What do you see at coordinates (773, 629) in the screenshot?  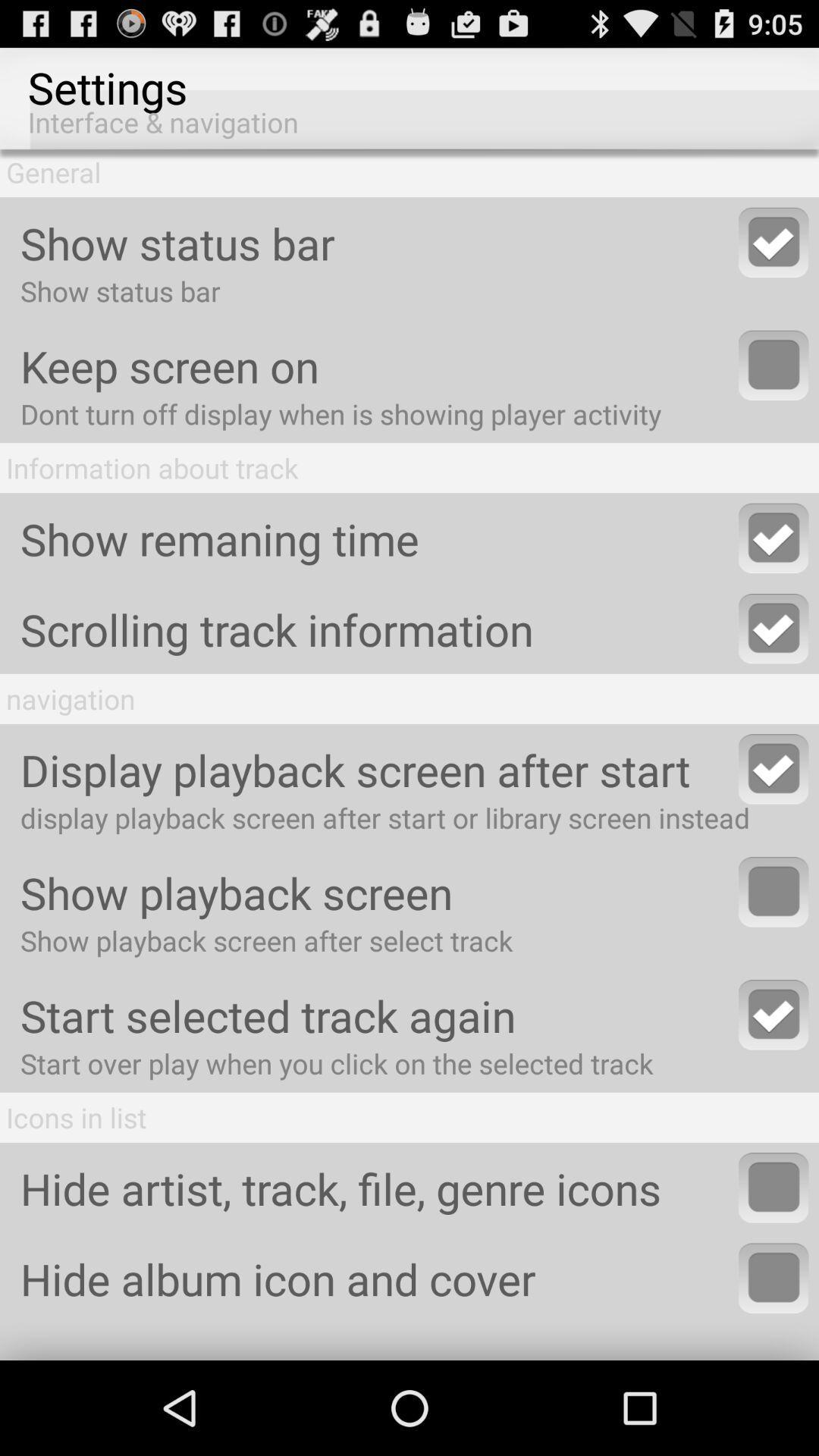 I see `scrolling track information option` at bounding box center [773, 629].